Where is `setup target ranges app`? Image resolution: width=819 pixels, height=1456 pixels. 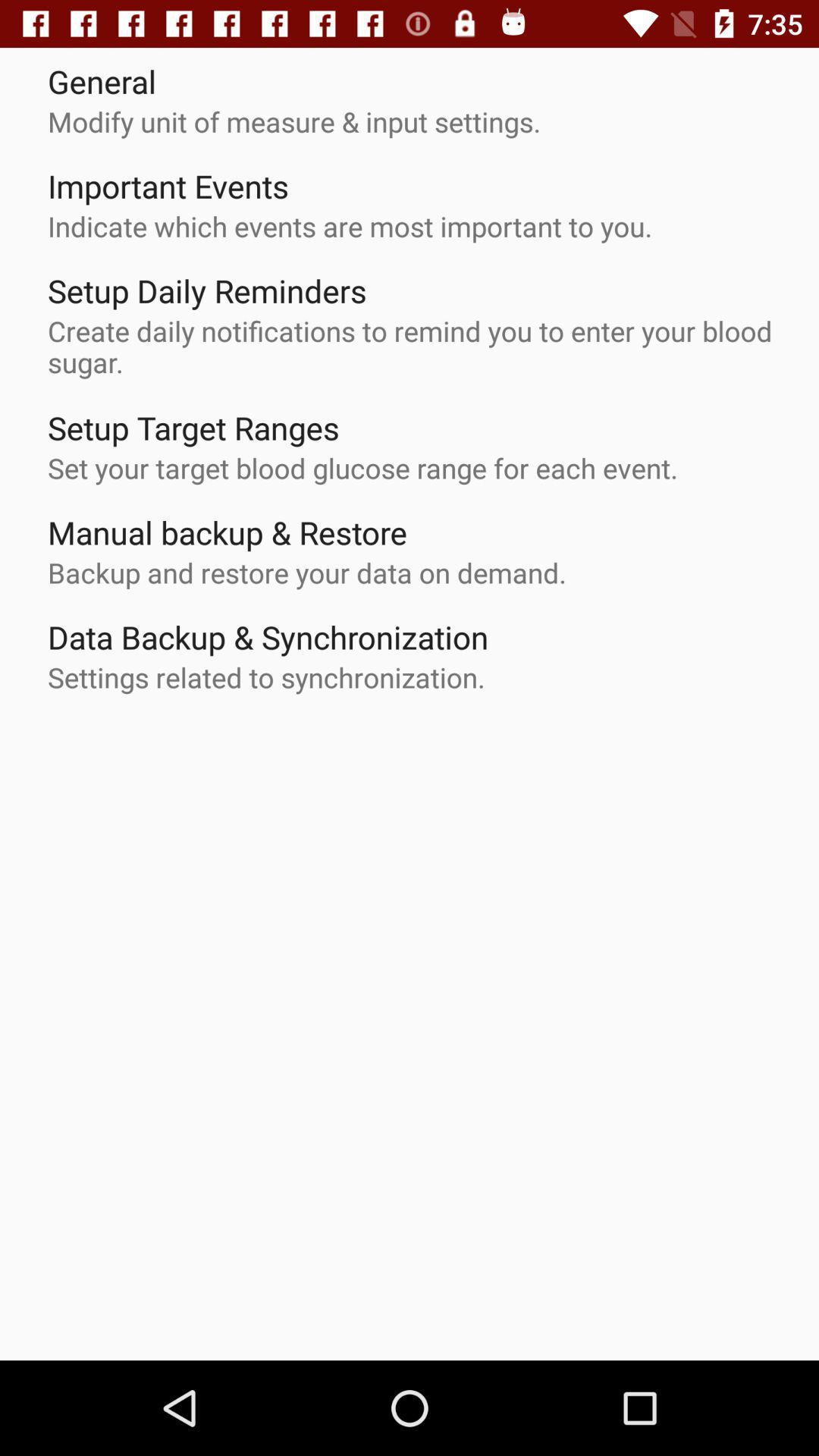
setup target ranges app is located at coordinates (193, 427).